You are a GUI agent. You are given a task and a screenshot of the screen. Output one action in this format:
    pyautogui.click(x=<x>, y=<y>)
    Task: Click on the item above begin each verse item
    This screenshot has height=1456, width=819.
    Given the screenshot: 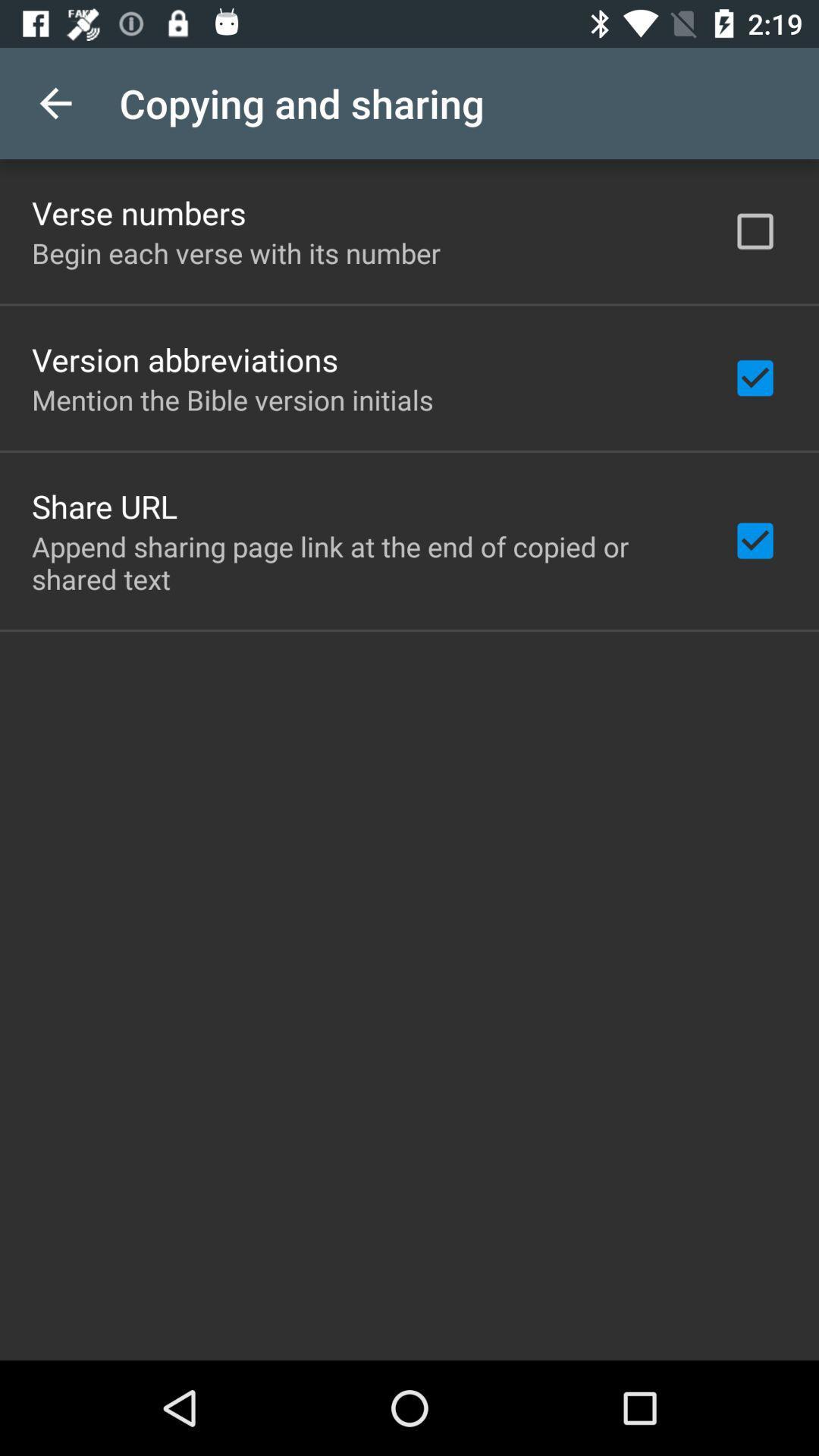 What is the action you would take?
    pyautogui.click(x=139, y=212)
    